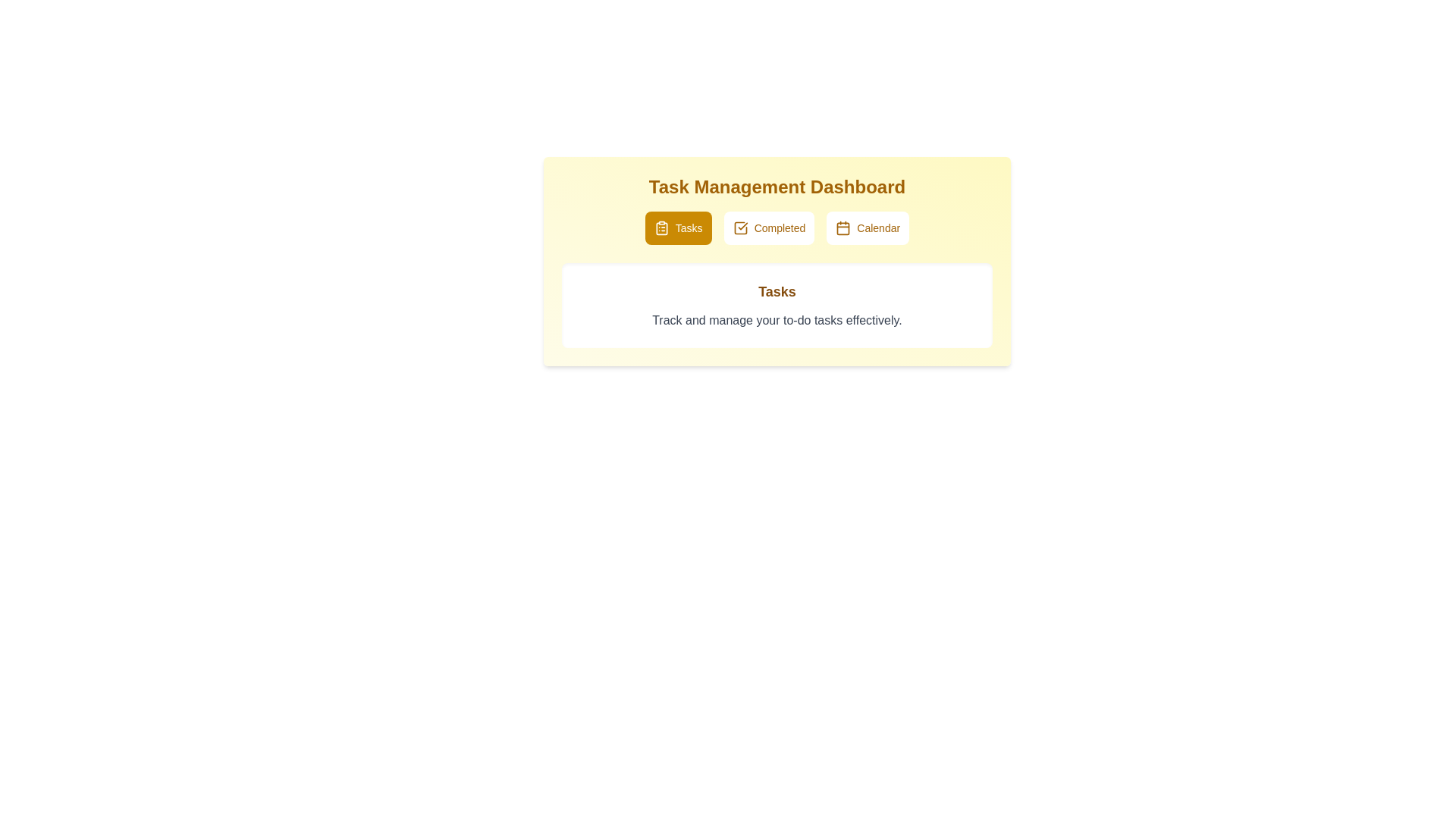 The height and width of the screenshot is (819, 1456). I want to click on the Calendar tab by clicking its button, so click(868, 227).